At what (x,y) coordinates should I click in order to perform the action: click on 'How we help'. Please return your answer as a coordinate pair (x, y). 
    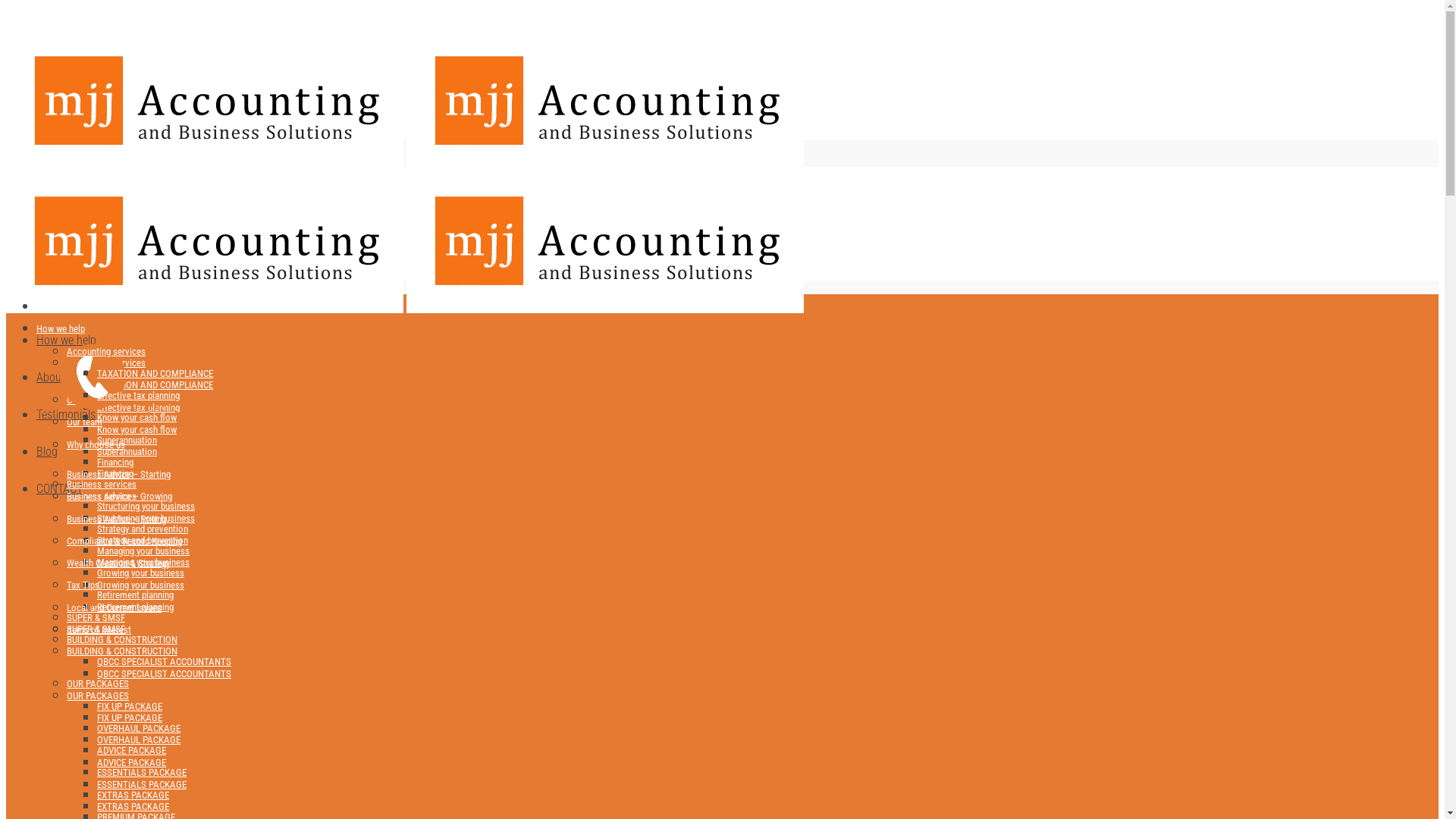
    Looking at the image, I should click on (65, 339).